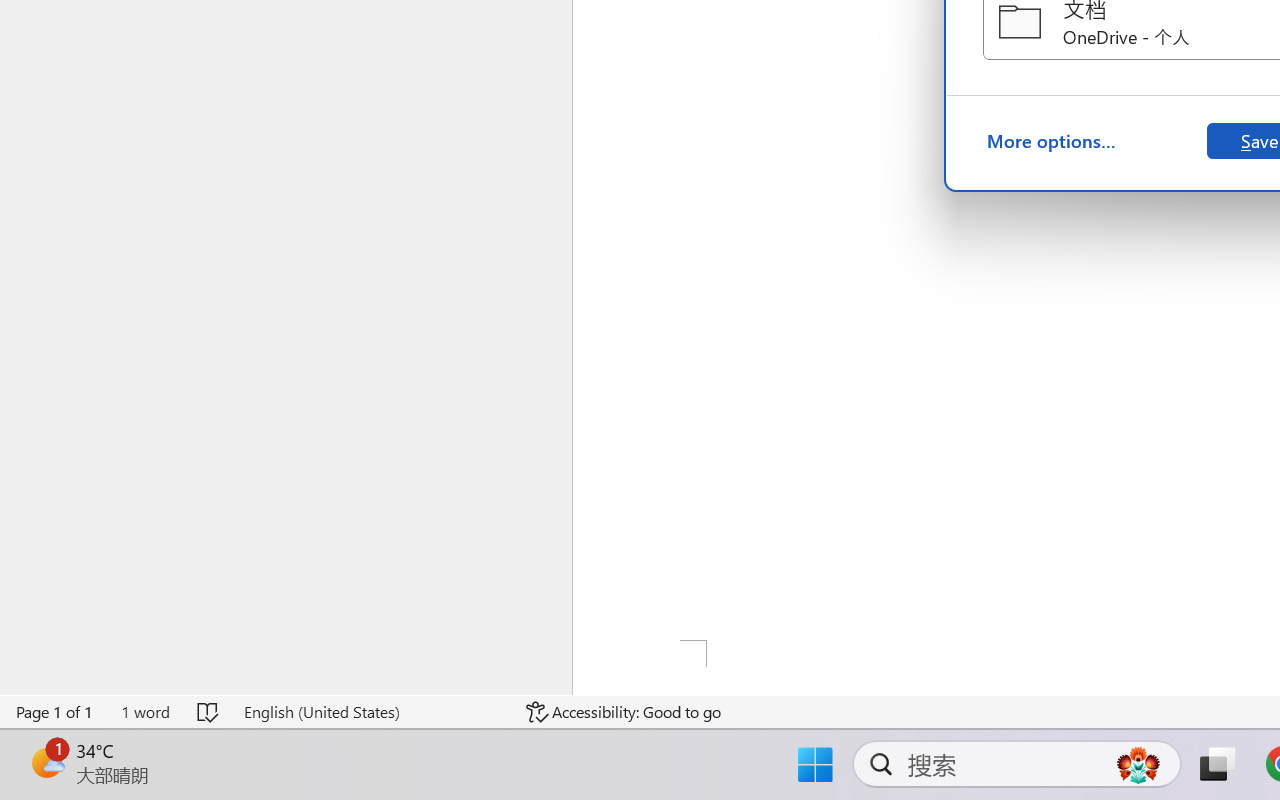 The image size is (1280, 800). I want to click on 'AutomationID: DynamicSearchBoxGleamImage', so click(1138, 764).